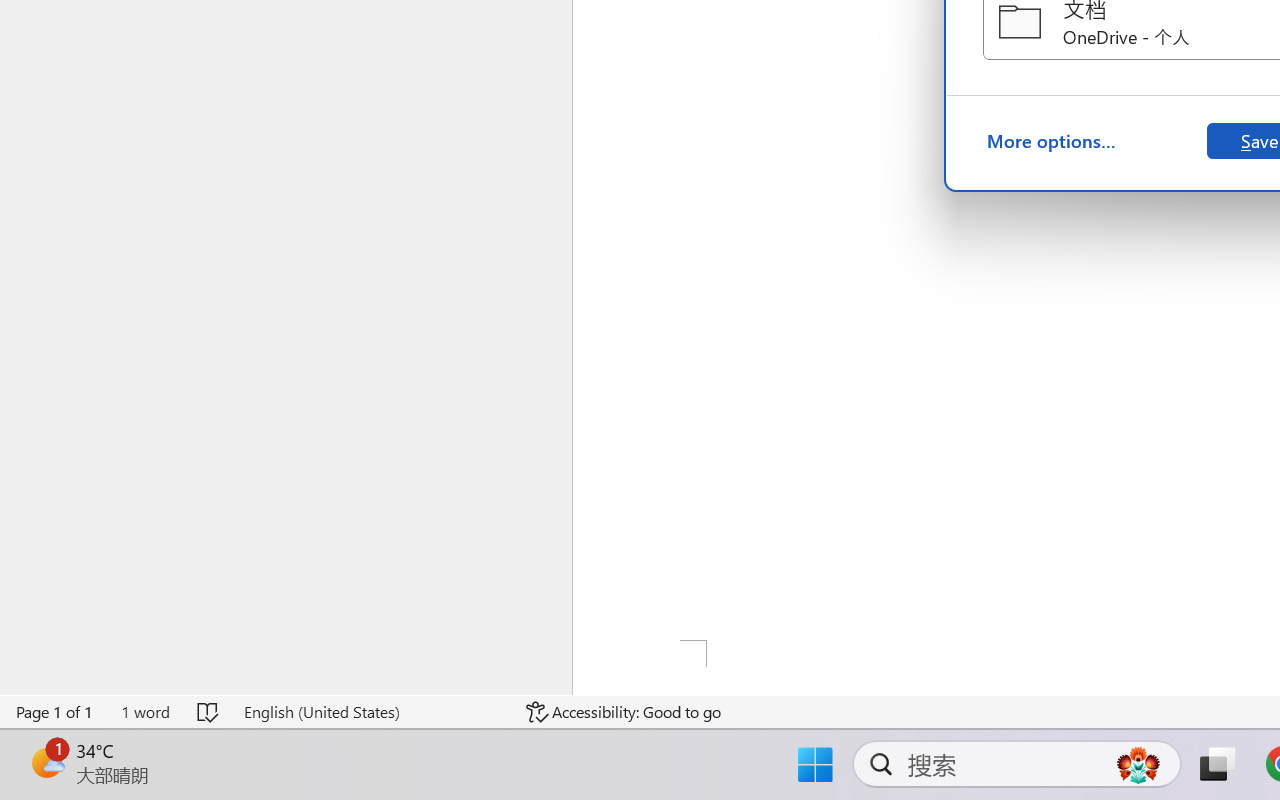 The image size is (1280, 800). I want to click on 'AutomationID: DynamicSearchBoxGleamImage', so click(1138, 764).